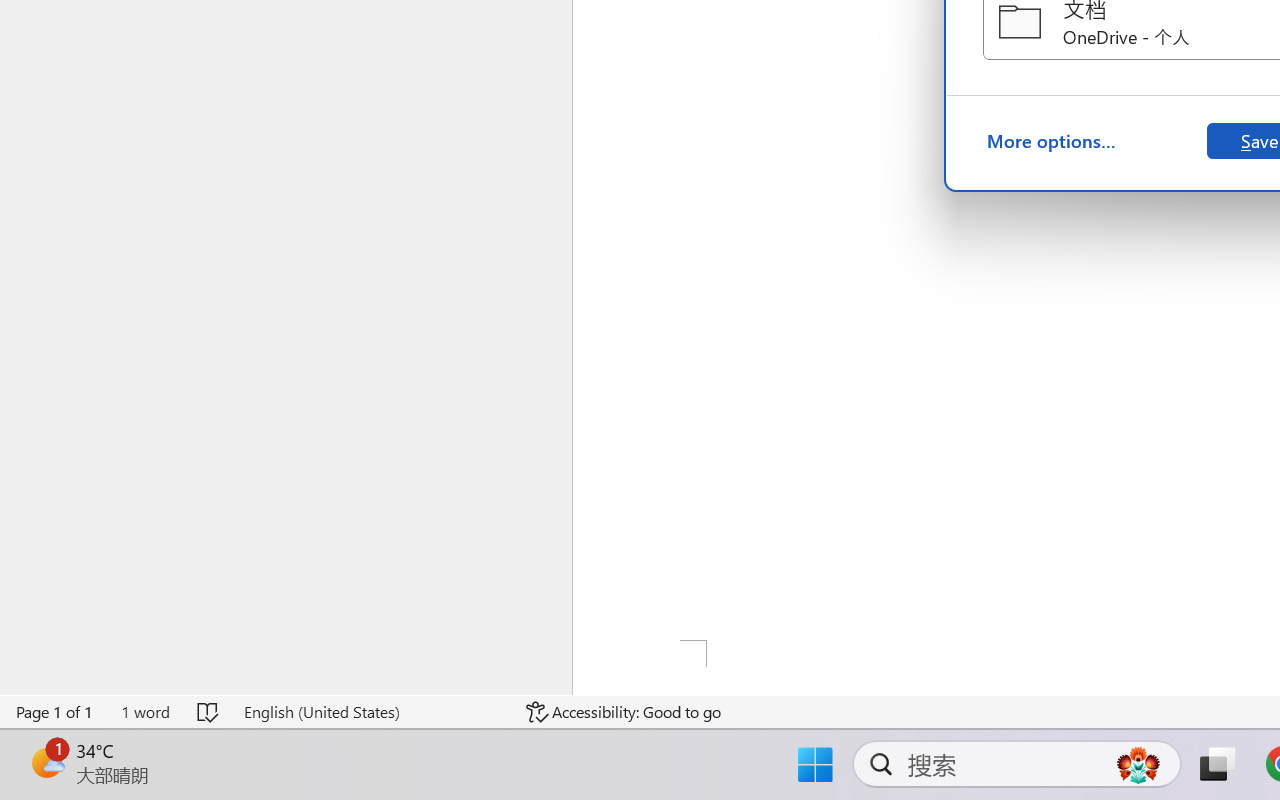 The image size is (1280, 800). I want to click on 'AutomationID: DynamicSearchBoxGleamImage', so click(1138, 764).